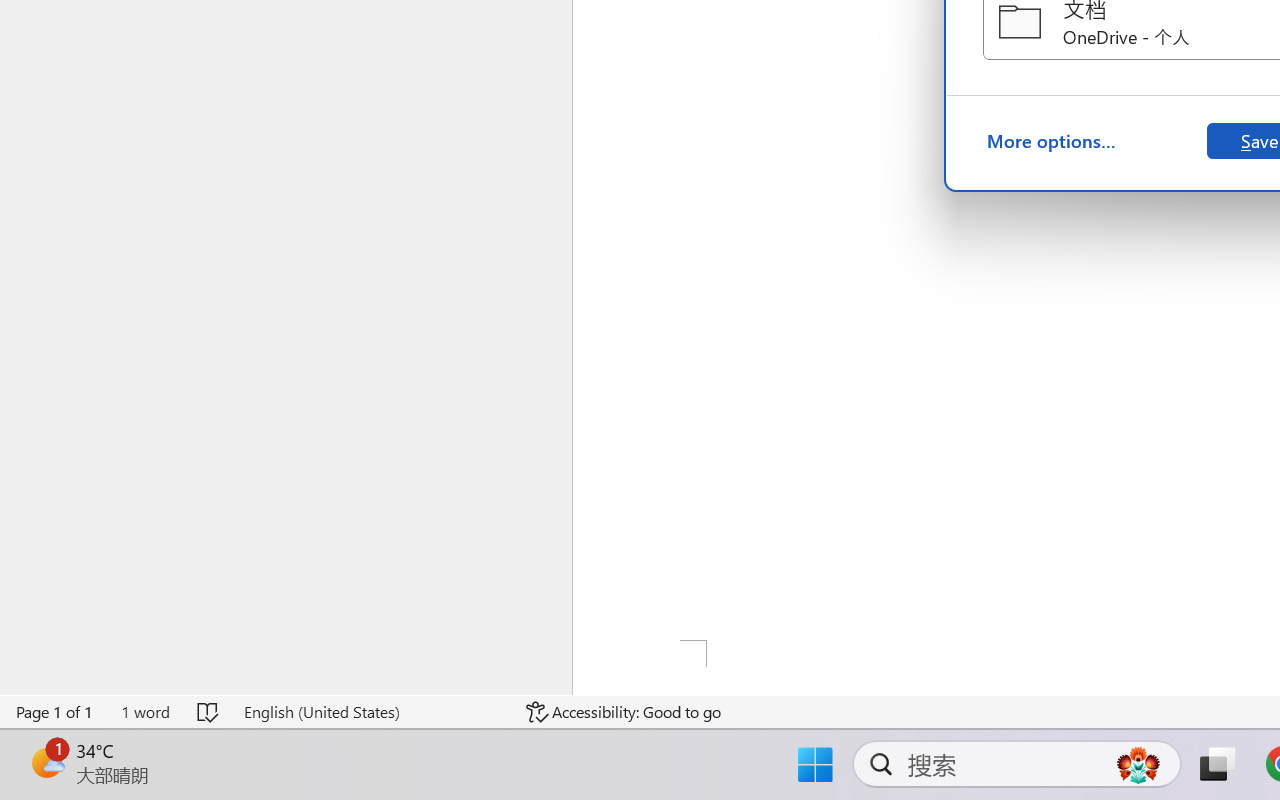 The image size is (1280, 800). I want to click on 'AutomationID: DynamicSearchBoxGleamImage', so click(1138, 764).